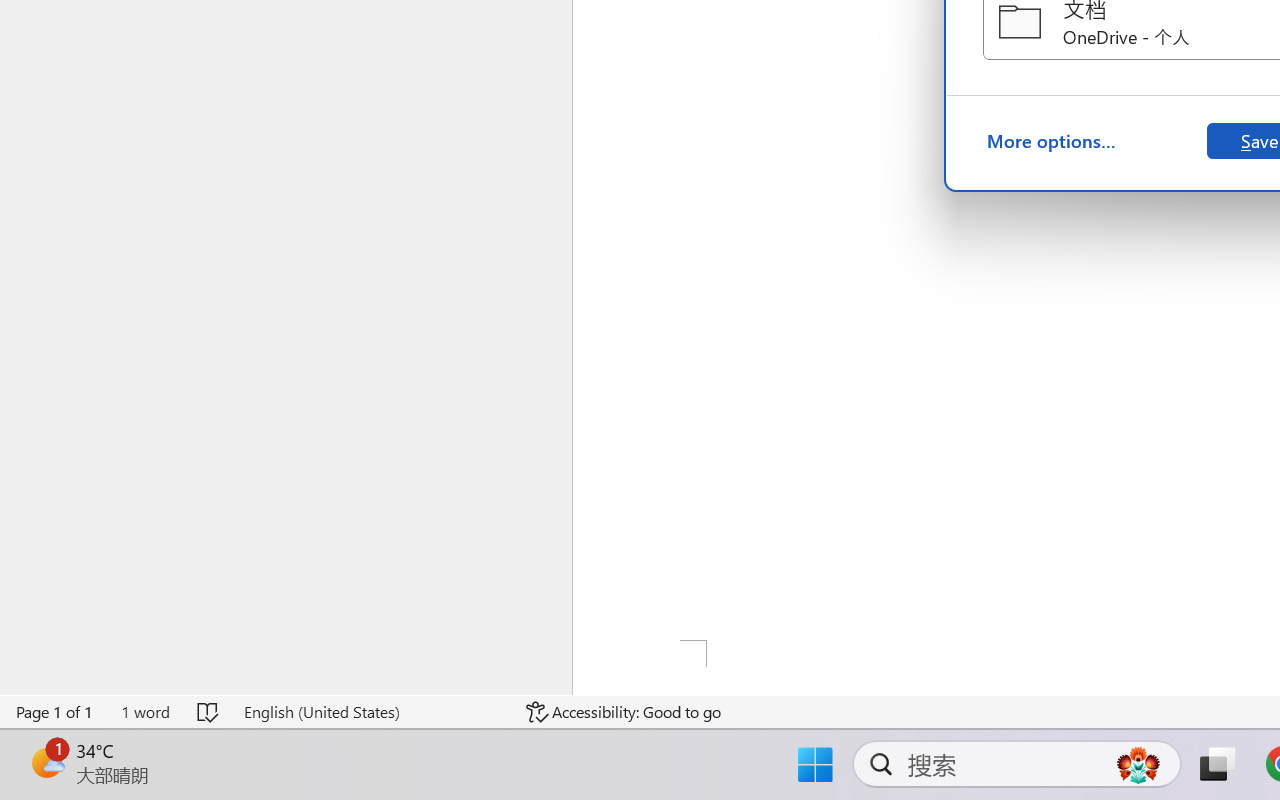 The image size is (1280, 800). I want to click on 'AutomationID: DynamicSearchBoxGleamImage', so click(1138, 764).